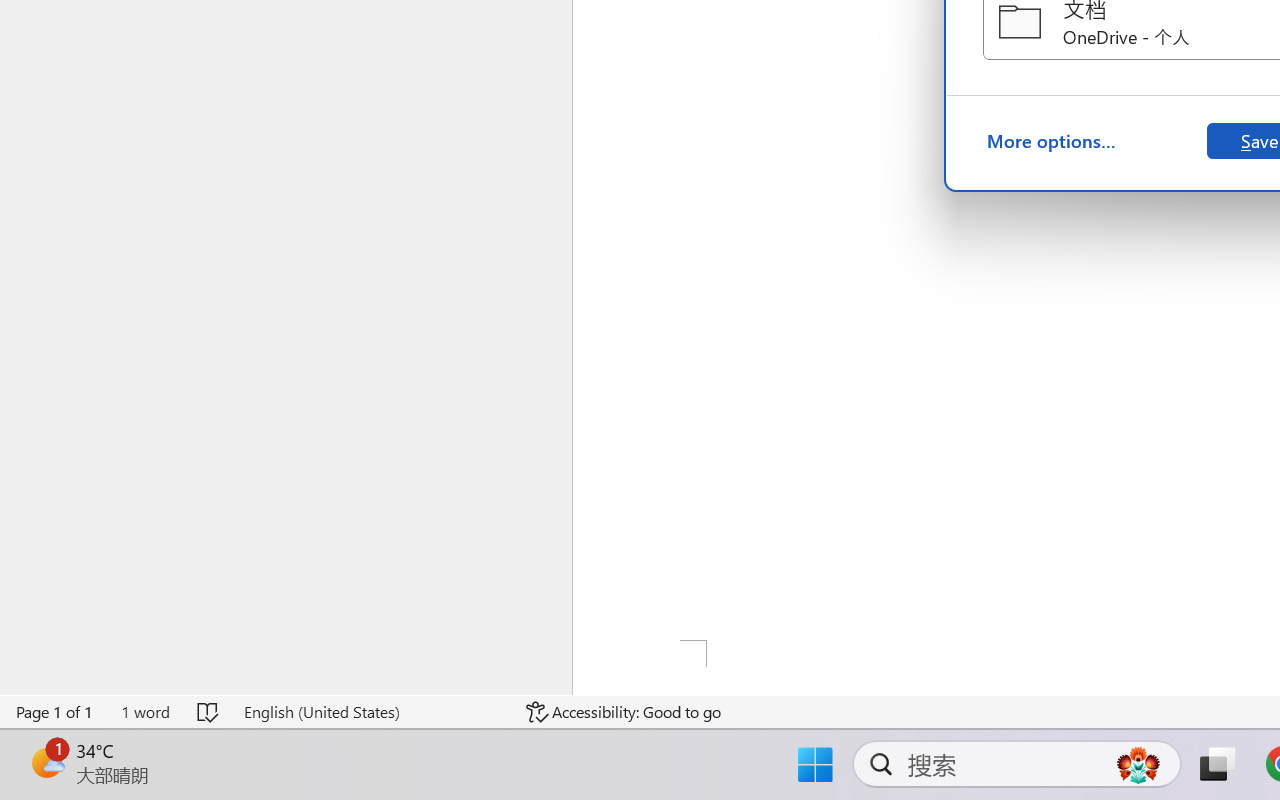 The image size is (1280, 800). I want to click on 'AutomationID: DynamicSearchBoxGleamImage', so click(1138, 764).